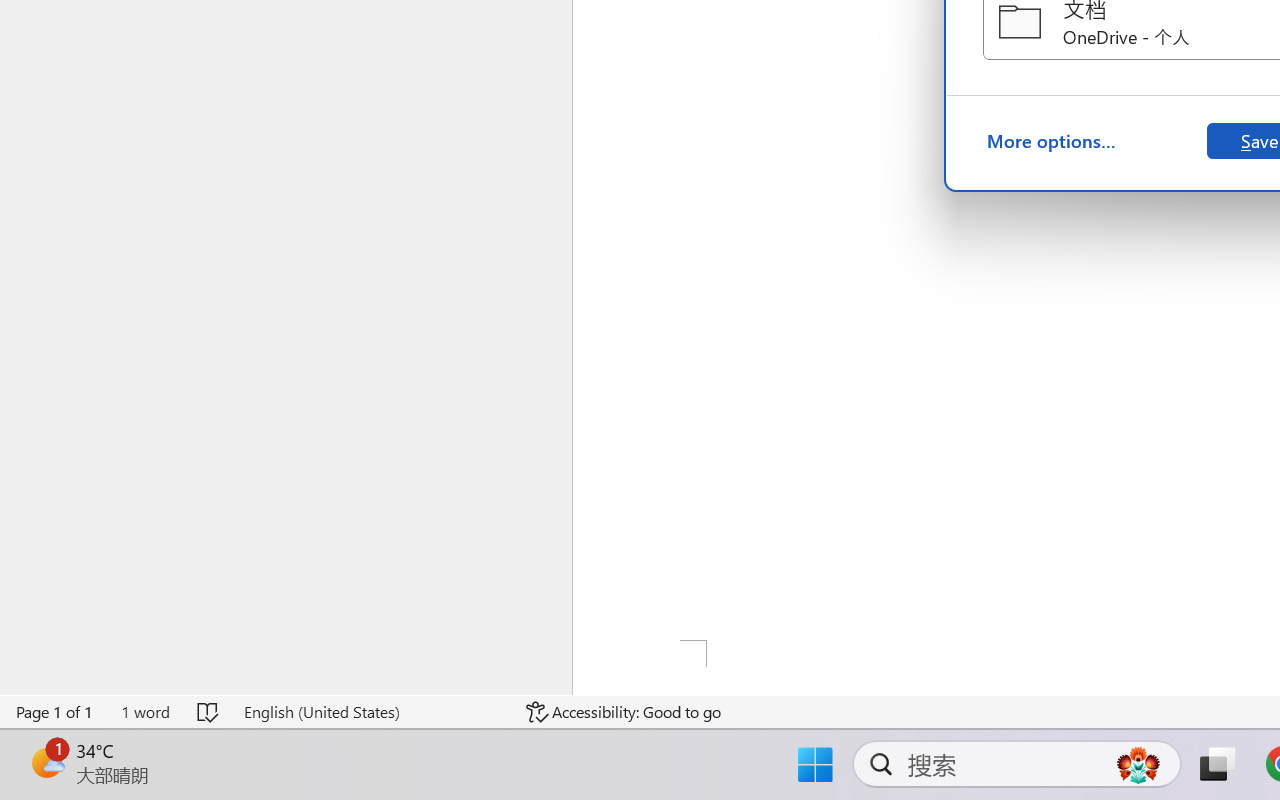 The image size is (1280, 800). I want to click on 'AutomationID: DynamicSearchBoxGleamImage', so click(1138, 764).